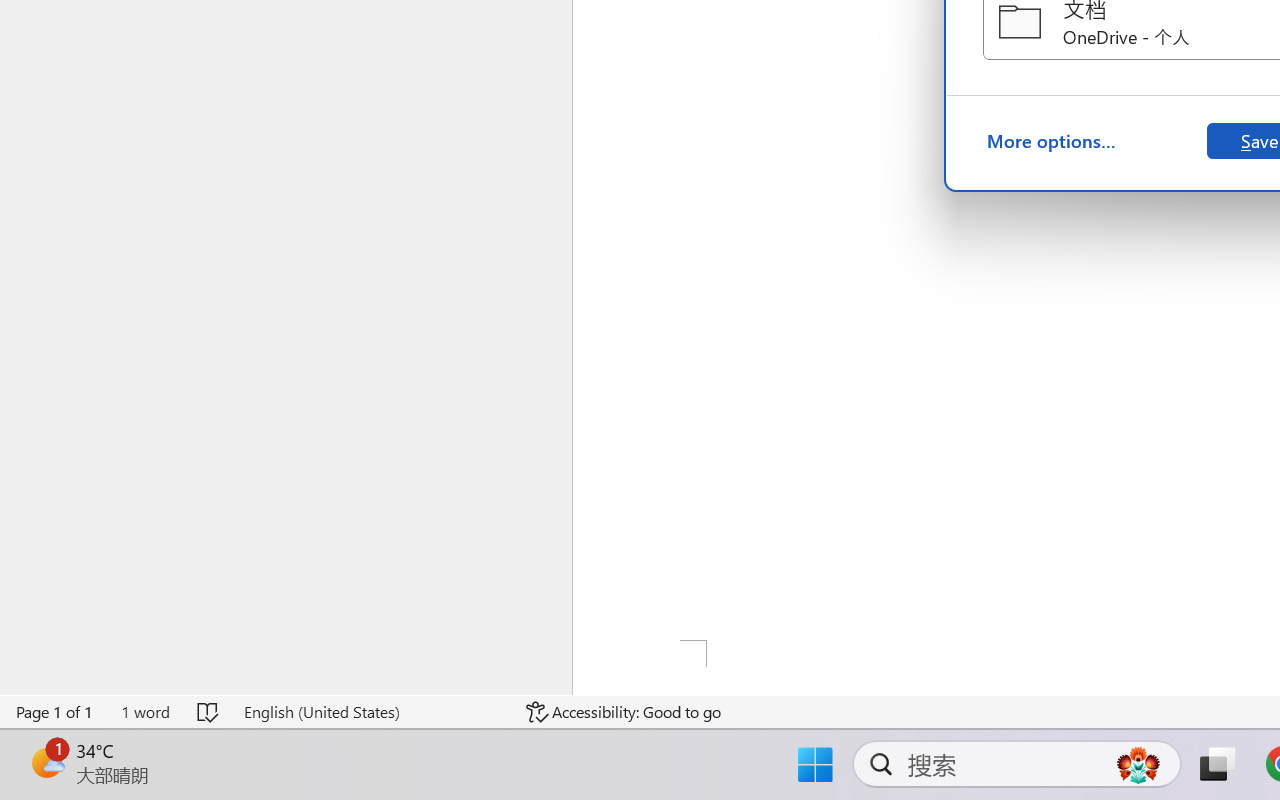 The image size is (1280, 800). I want to click on 'AutomationID: DynamicSearchBoxGleamImage', so click(1138, 764).